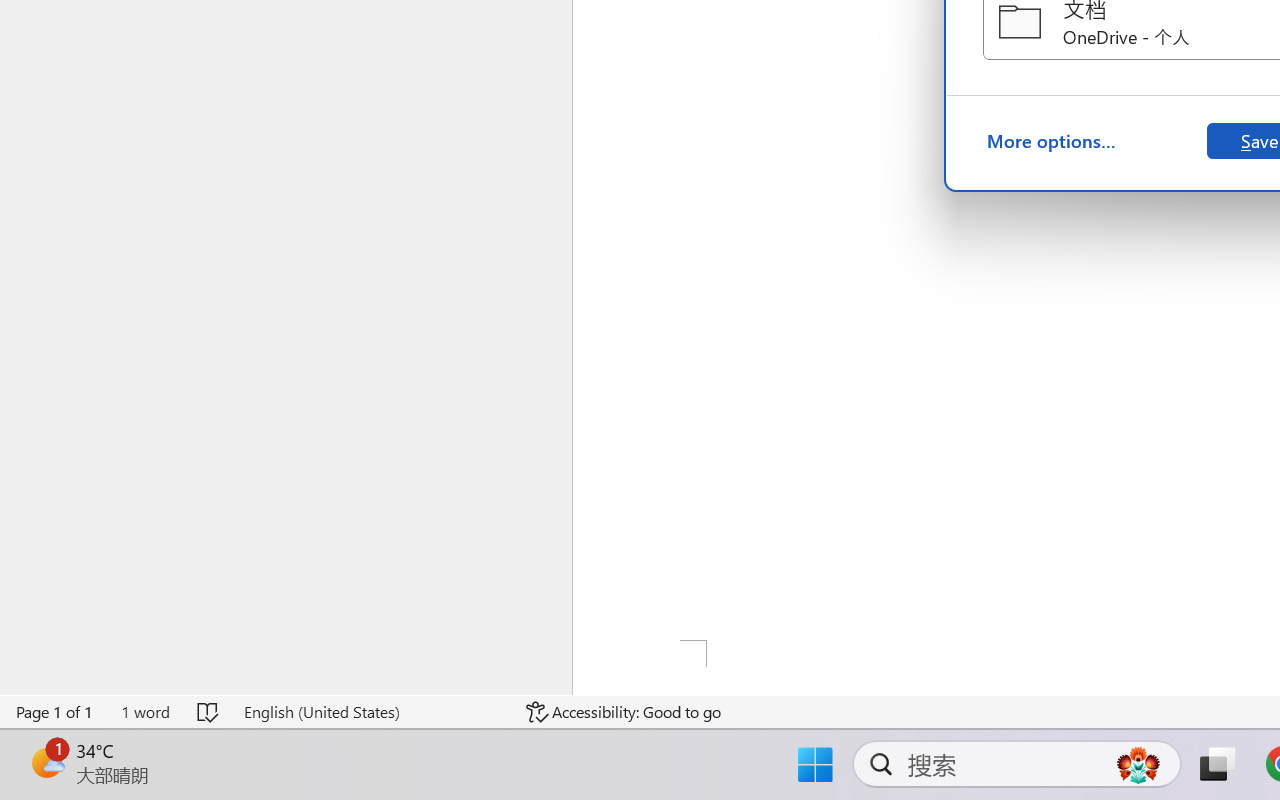 The image size is (1280, 800). I want to click on 'AutomationID: DynamicSearchBoxGleamImage', so click(1138, 764).